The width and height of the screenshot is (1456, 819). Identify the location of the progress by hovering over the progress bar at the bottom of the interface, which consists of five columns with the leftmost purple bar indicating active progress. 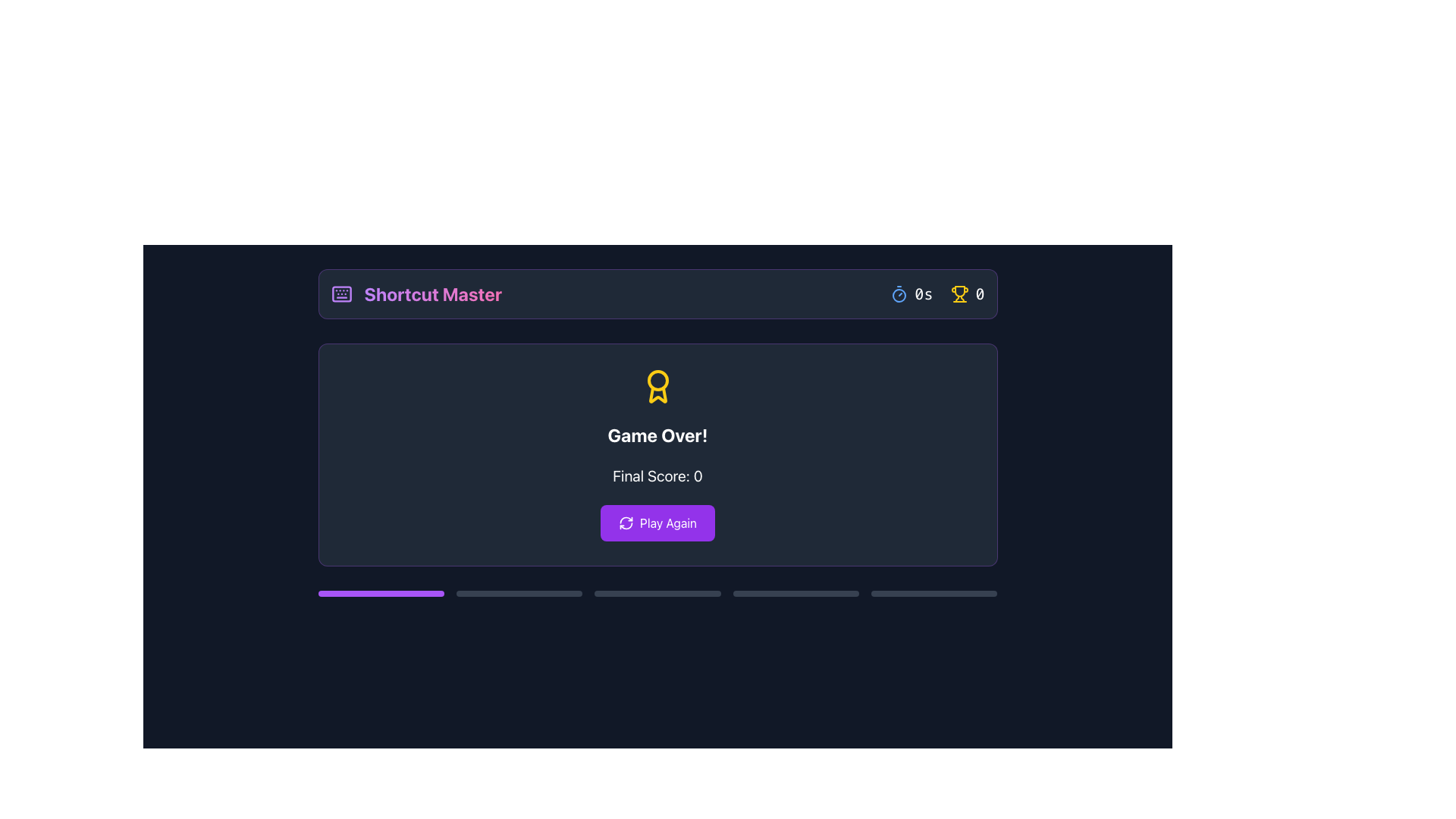
(657, 593).